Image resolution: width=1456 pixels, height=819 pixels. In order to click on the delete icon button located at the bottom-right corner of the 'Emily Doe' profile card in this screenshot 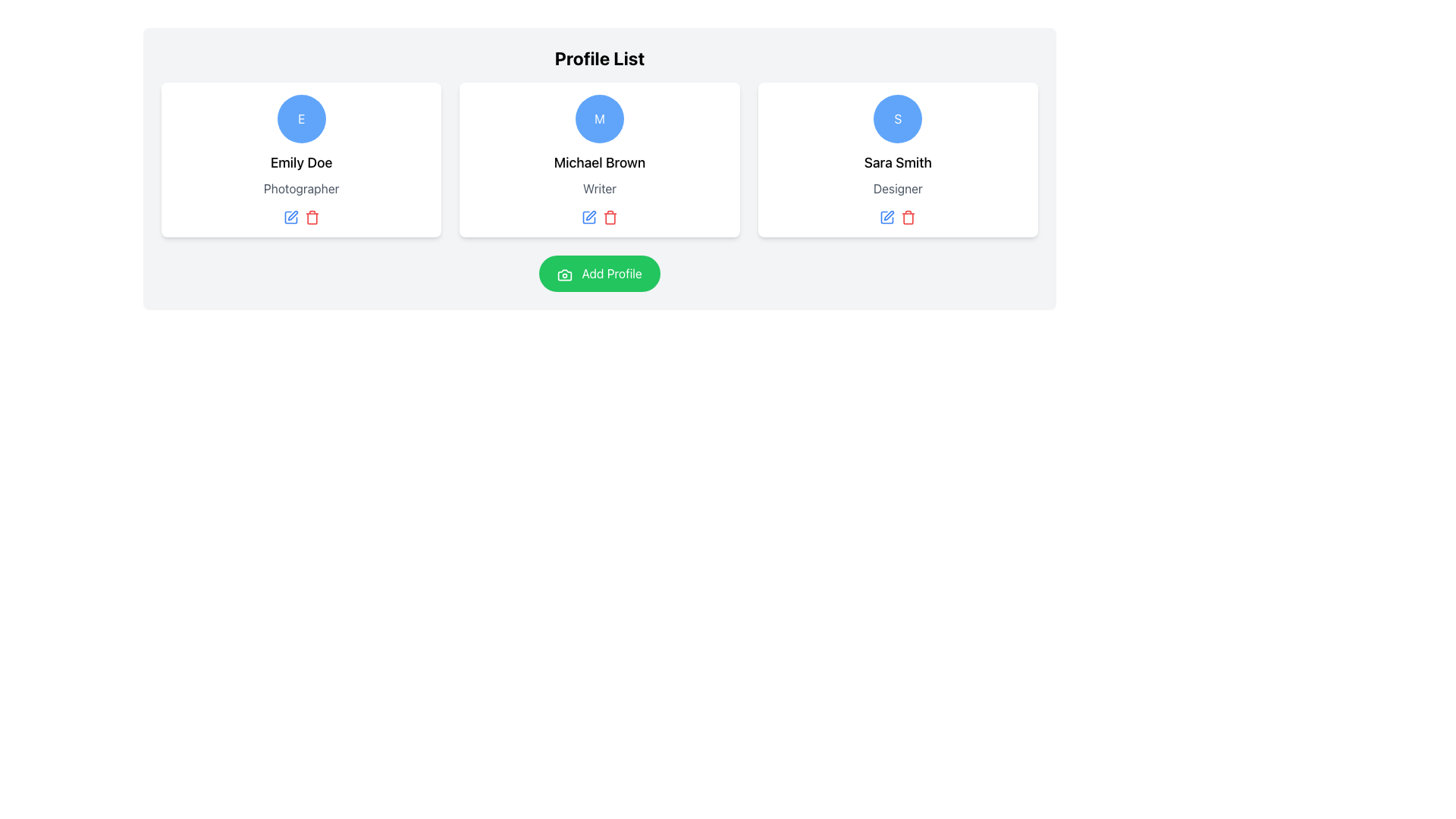, I will do `click(311, 218)`.